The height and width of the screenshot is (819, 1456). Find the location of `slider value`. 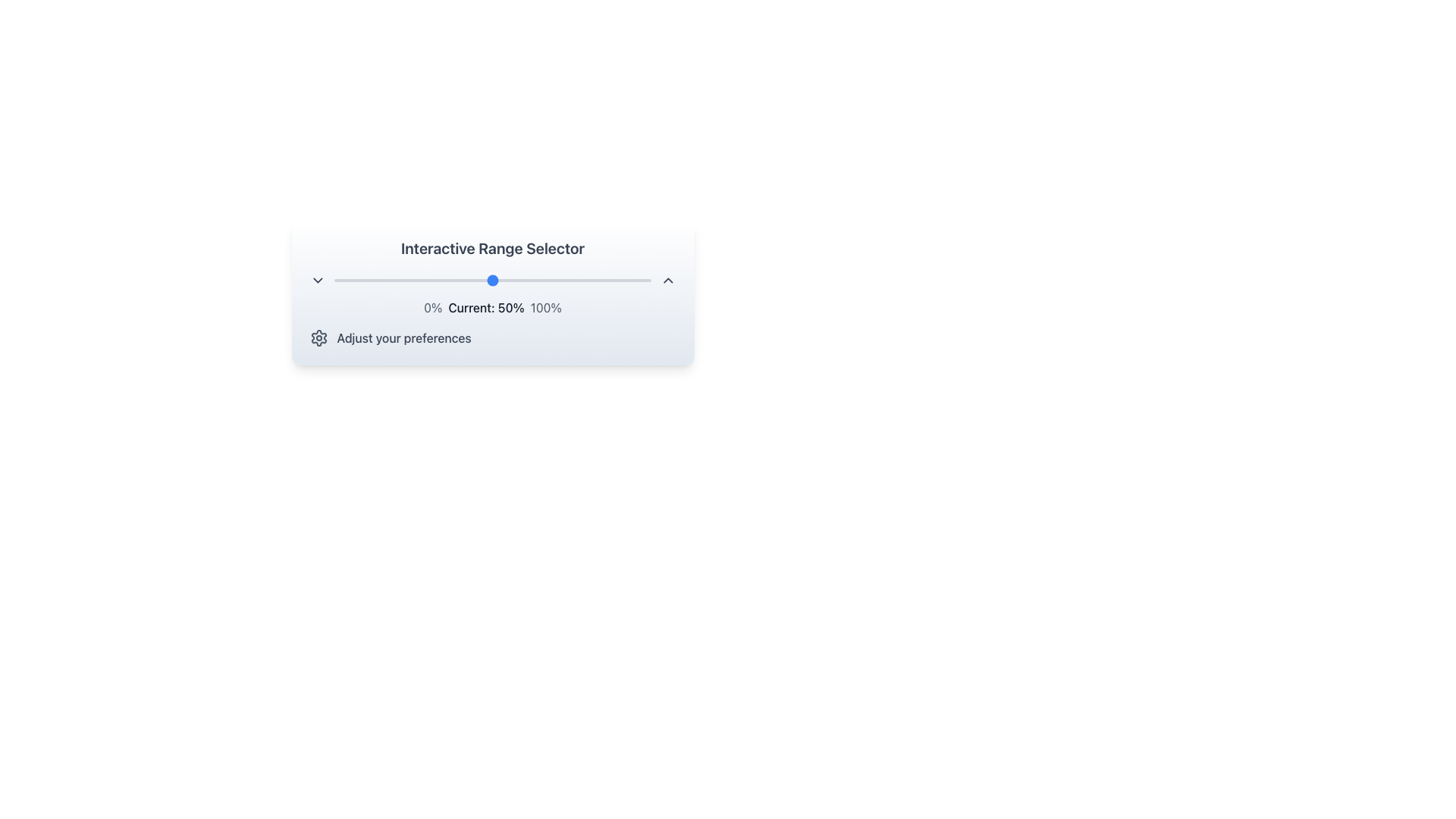

slider value is located at coordinates (531, 281).